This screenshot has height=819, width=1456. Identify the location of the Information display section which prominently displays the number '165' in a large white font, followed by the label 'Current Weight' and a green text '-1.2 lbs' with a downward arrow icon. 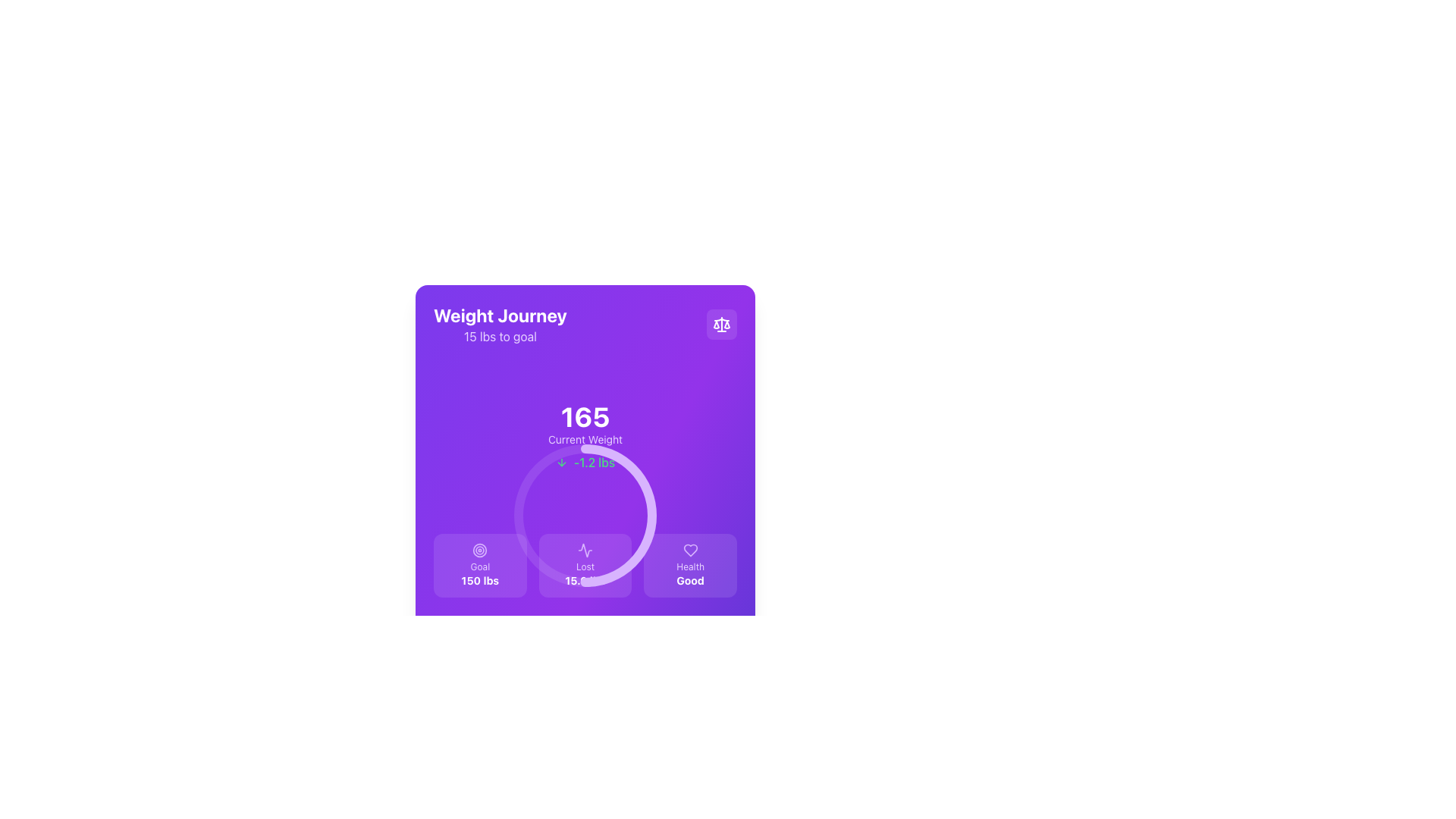
(585, 436).